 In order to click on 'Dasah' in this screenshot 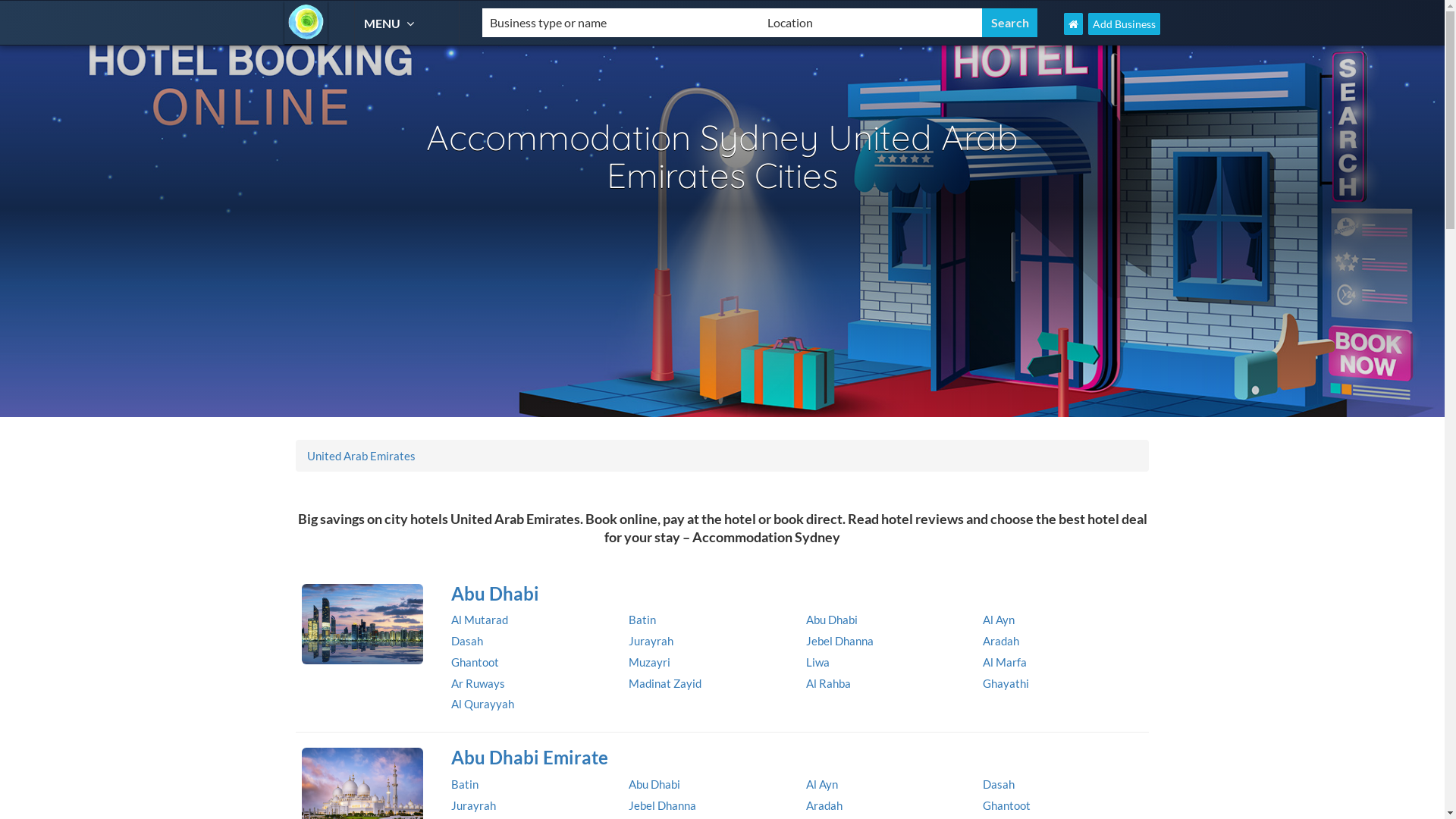, I will do `click(466, 640)`.